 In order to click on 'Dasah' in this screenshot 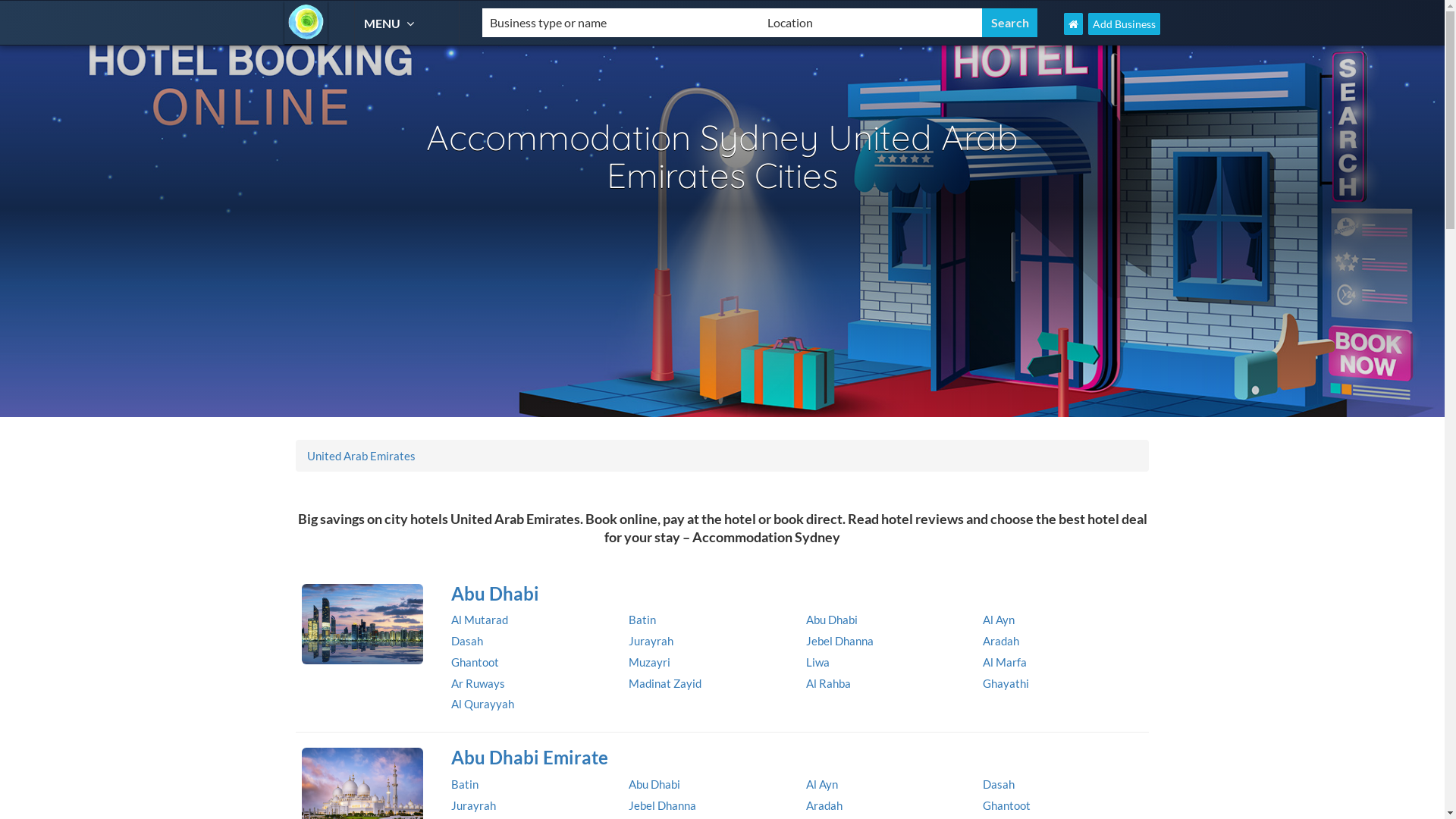, I will do `click(466, 640)`.